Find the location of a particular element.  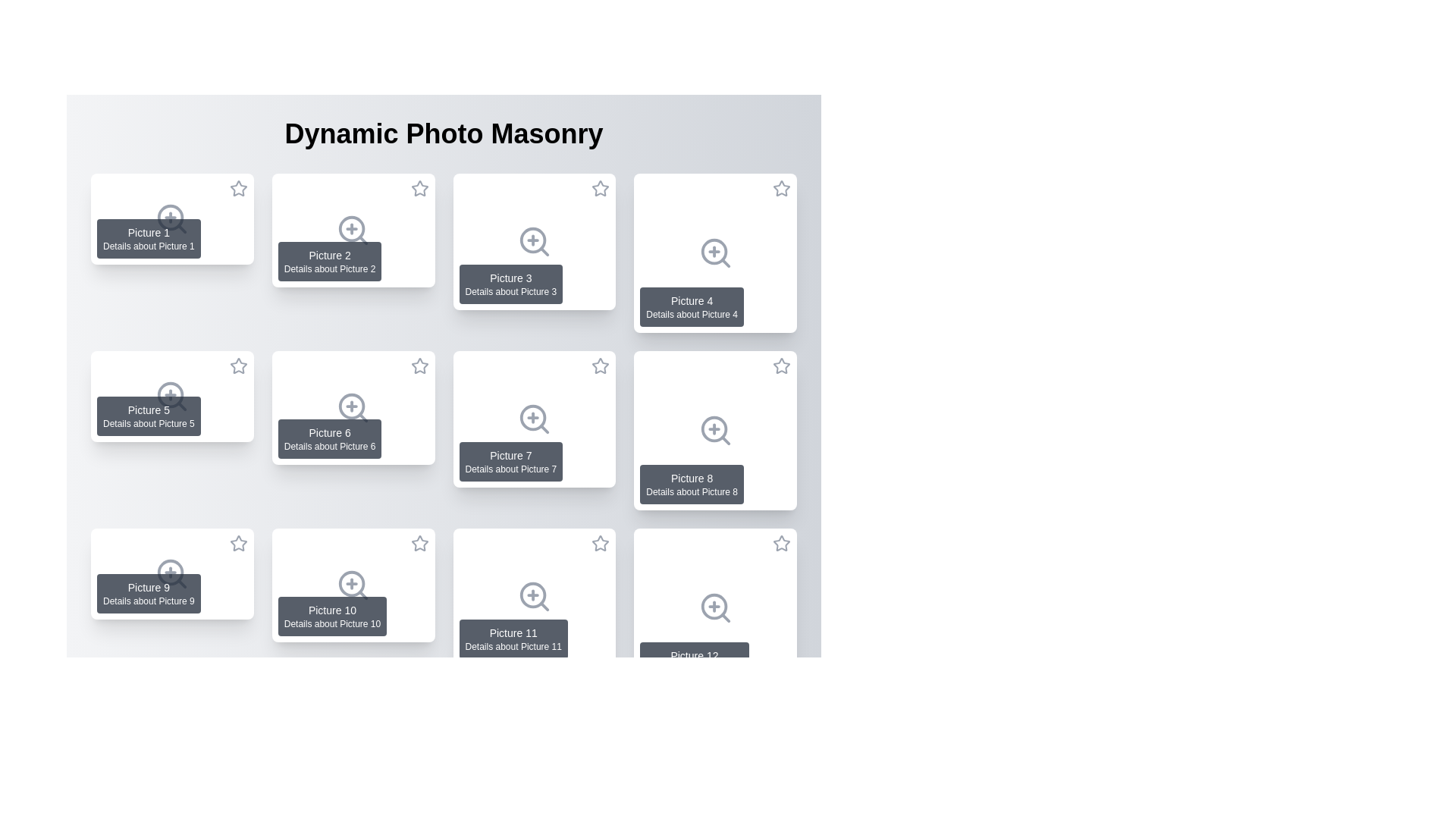

the star icon button located in the top-right corner of the card labeled 'Picture 1' is located at coordinates (237, 188).